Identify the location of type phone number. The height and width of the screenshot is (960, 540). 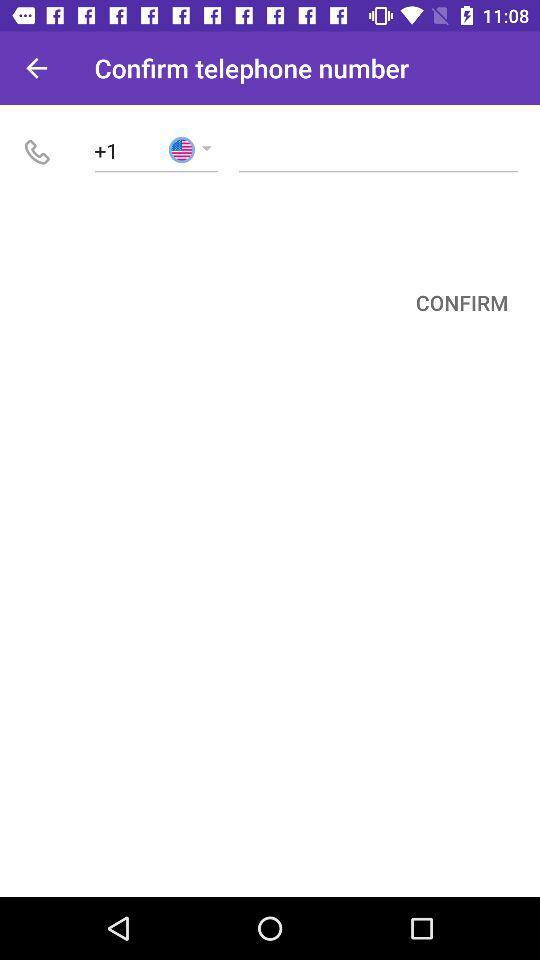
(378, 149).